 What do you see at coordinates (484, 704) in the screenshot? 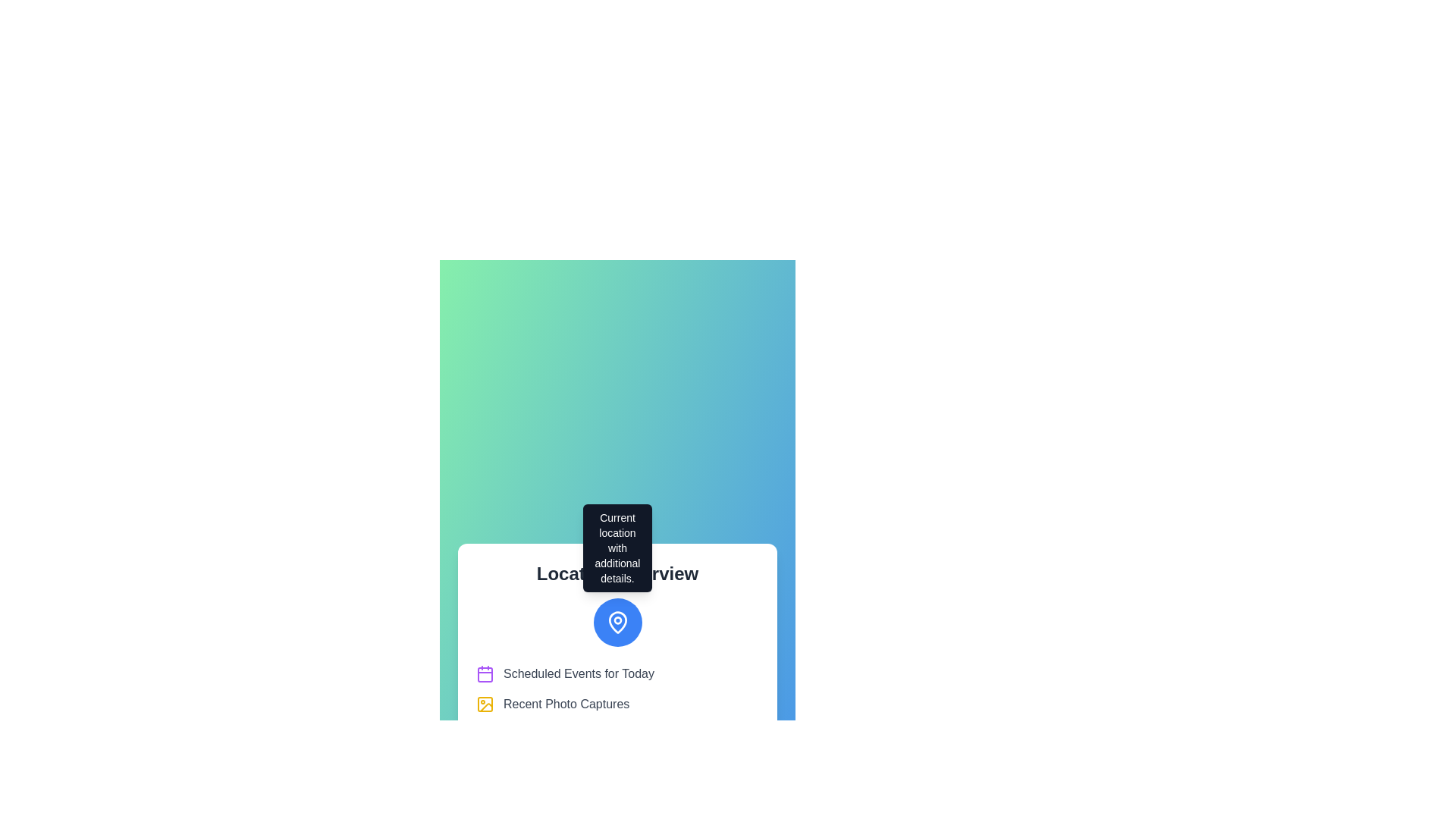
I see `the yellow-colored icon resembling an image, which has a thin border and a diagonal line, located immediately to the left of the text 'Recent Photo Captures'` at bounding box center [484, 704].